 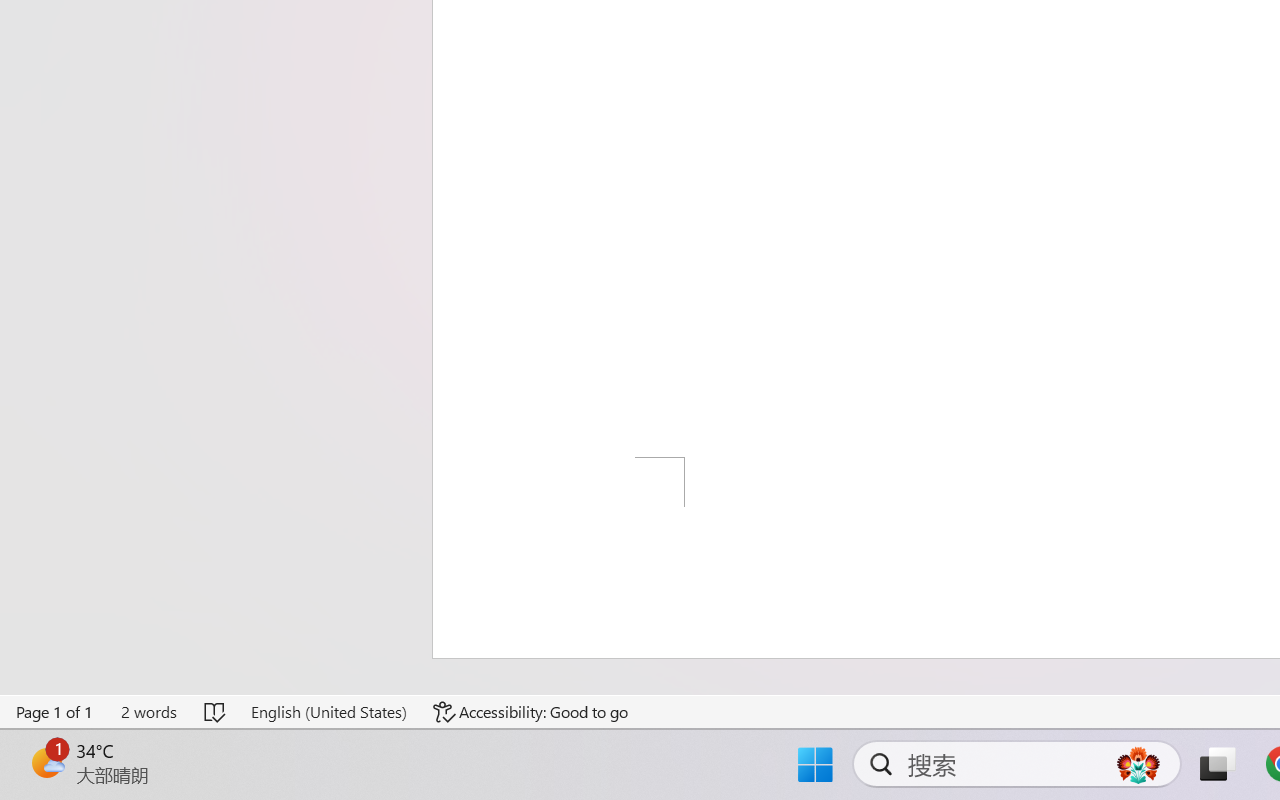 I want to click on 'AutomationID: DynamicSearchBoxGleamImage', so click(x=1138, y=764).